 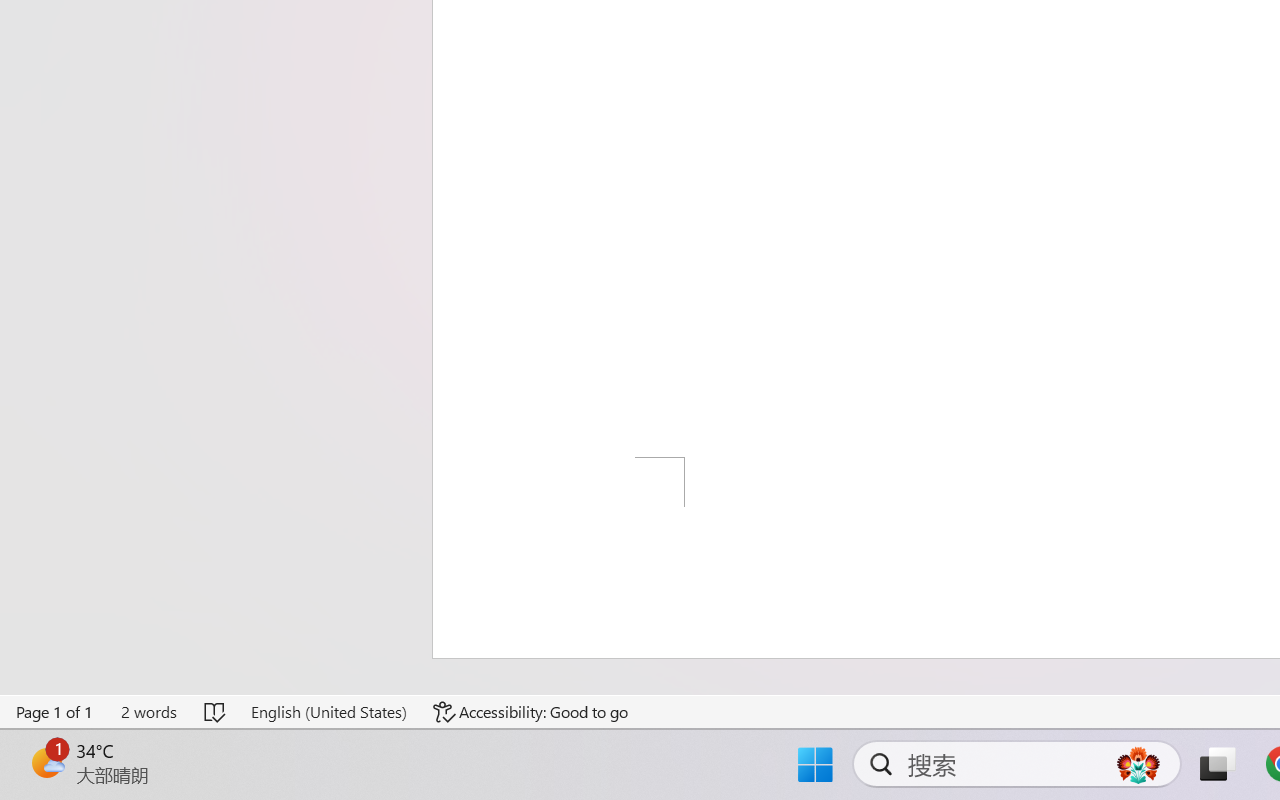 I want to click on 'AutomationID: DynamicSearchBoxGleamImage', so click(x=1138, y=764).